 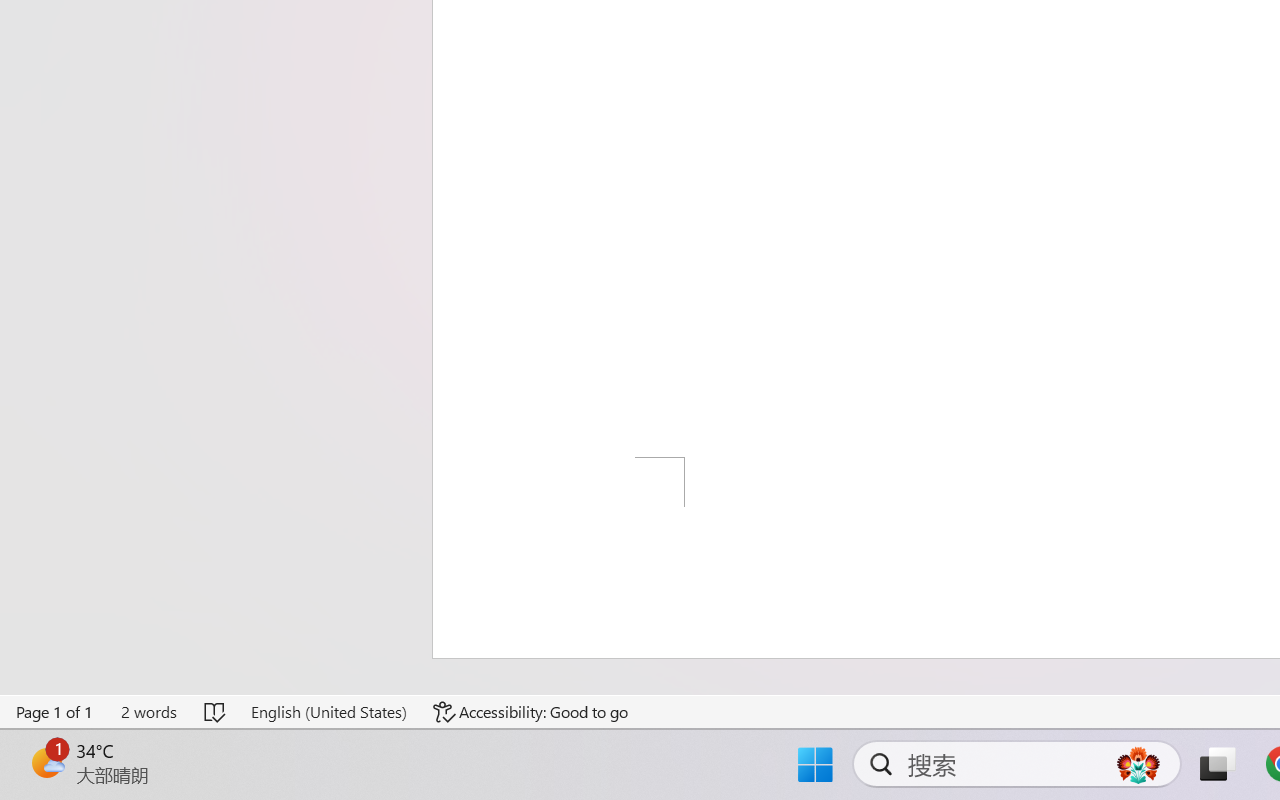 I want to click on 'AutomationID: DynamicSearchBoxGleamImage', so click(x=1138, y=764).